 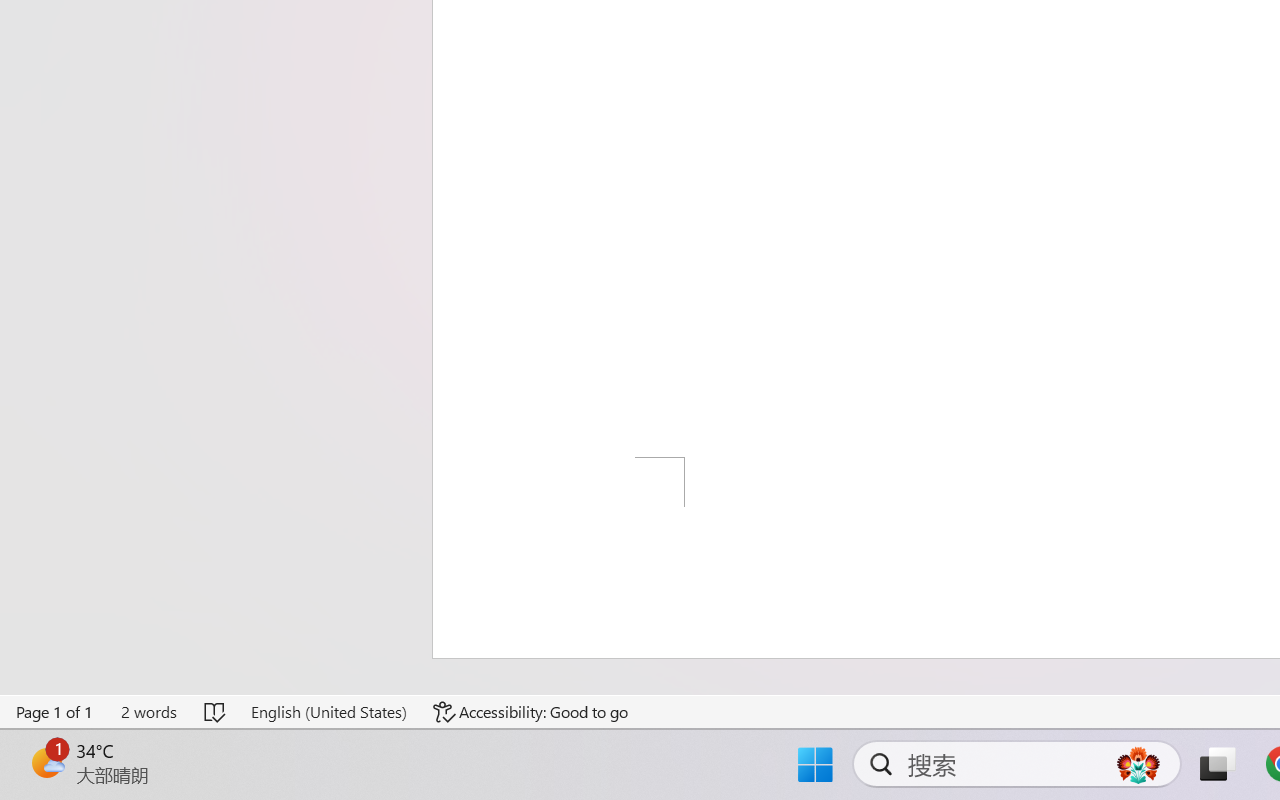 I want to click on 'AutomationID: DynamicSearchBoxGleamImage', so click(x=1138, y=764).